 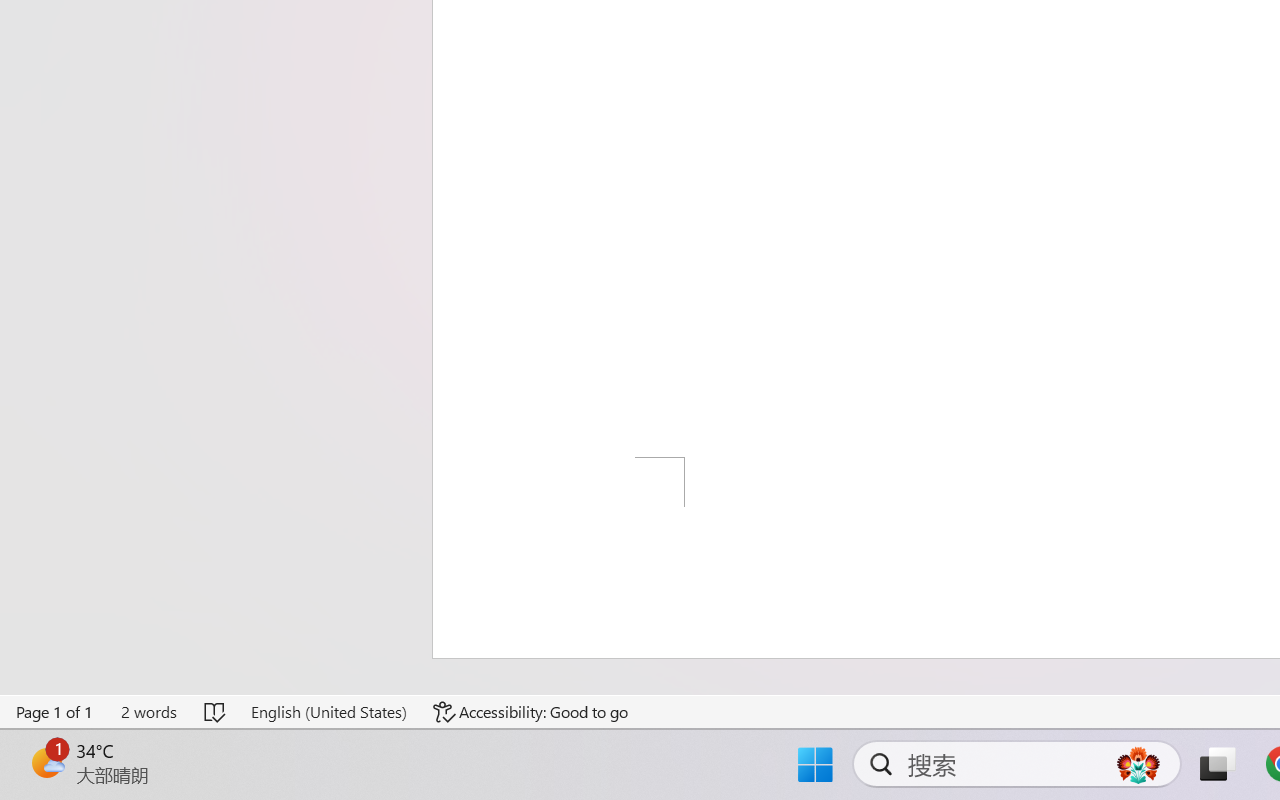 I want to click on 'AutomationID: DynamicSearchBoxGleamImage', so click(x=1138, y=764).